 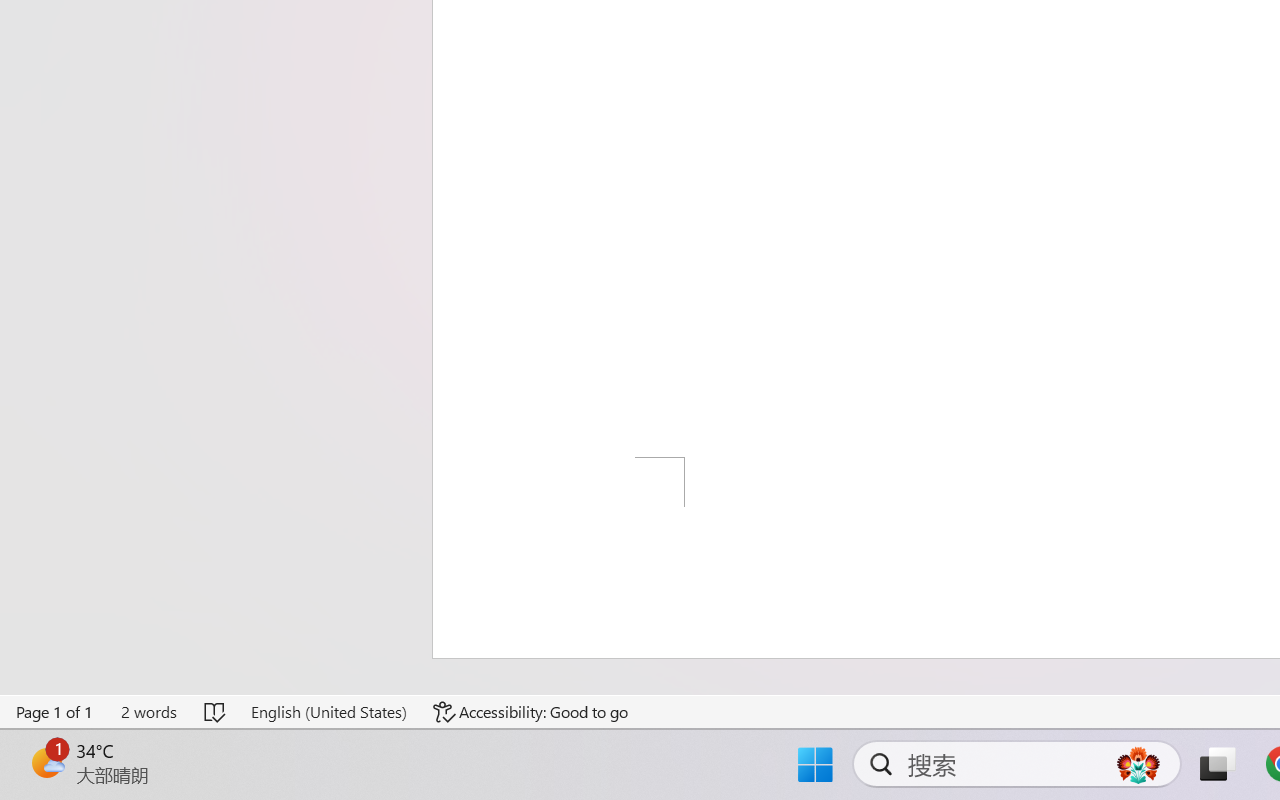 I want to click on 'AutomationID: DynamicSearchBoxGleamImage', so click(x=1138, y=764).